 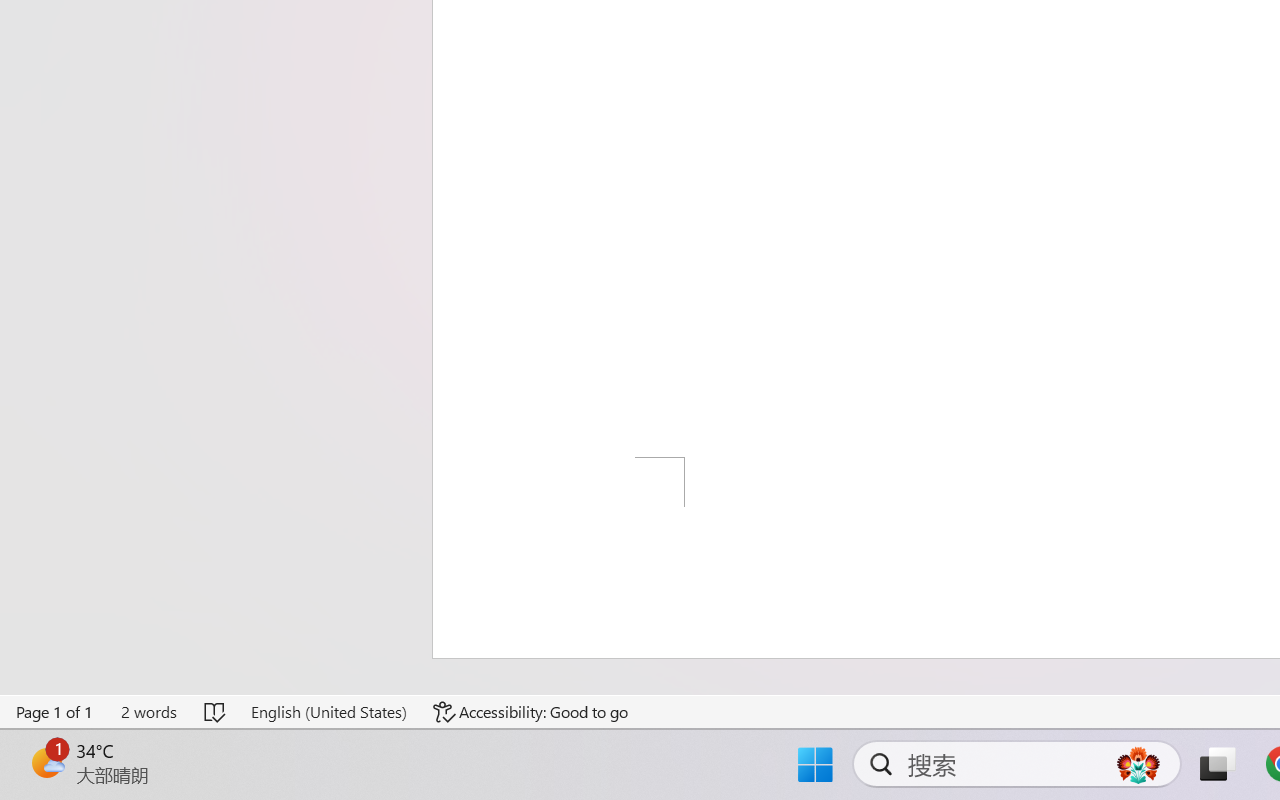 I want to click on 'AutomationID: DynamicSearchBoxGleamImage', so click(x=1138, y=764).